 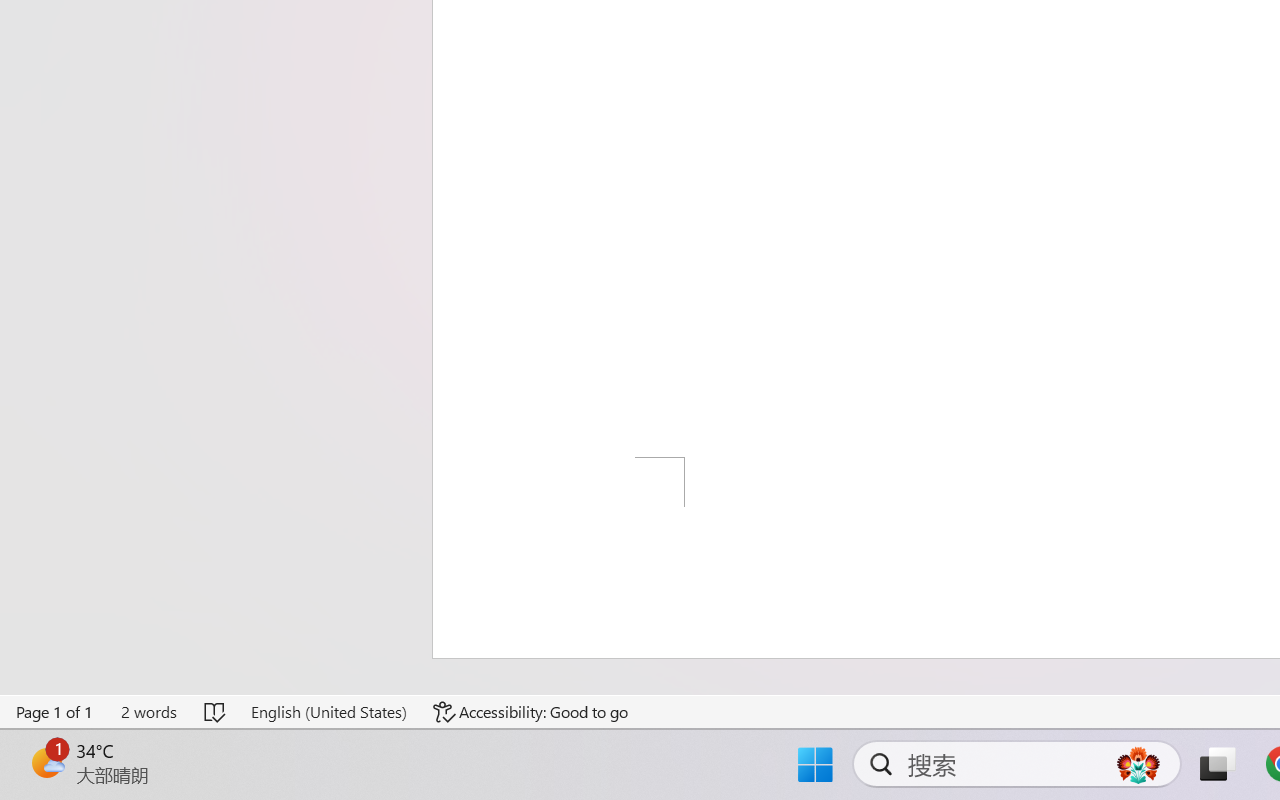 I want to click on 'AutomationID: DynamicSearchBoxGleamImage', so click(x=1138, y=764).